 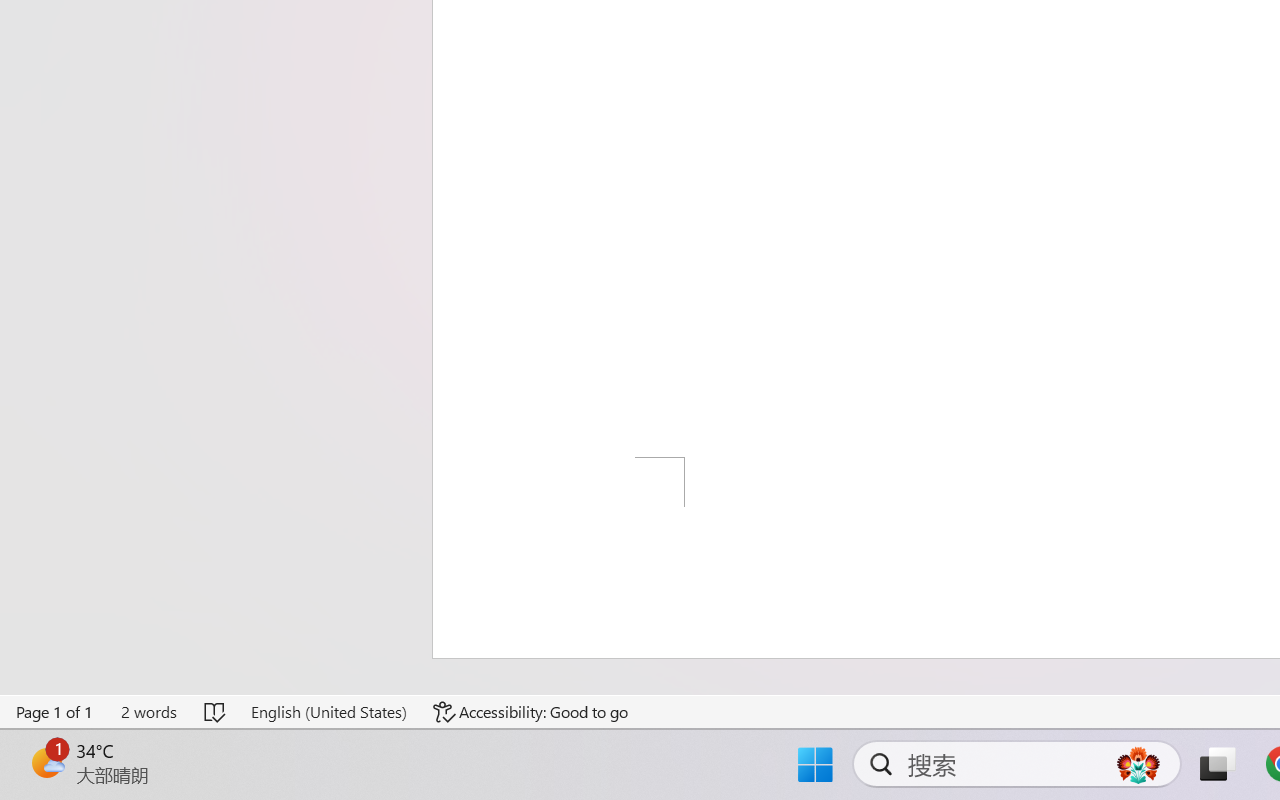 I want to click on 'AutomationID: DynamicSearchBoxGleamImage', so click(x=1138, y=764).